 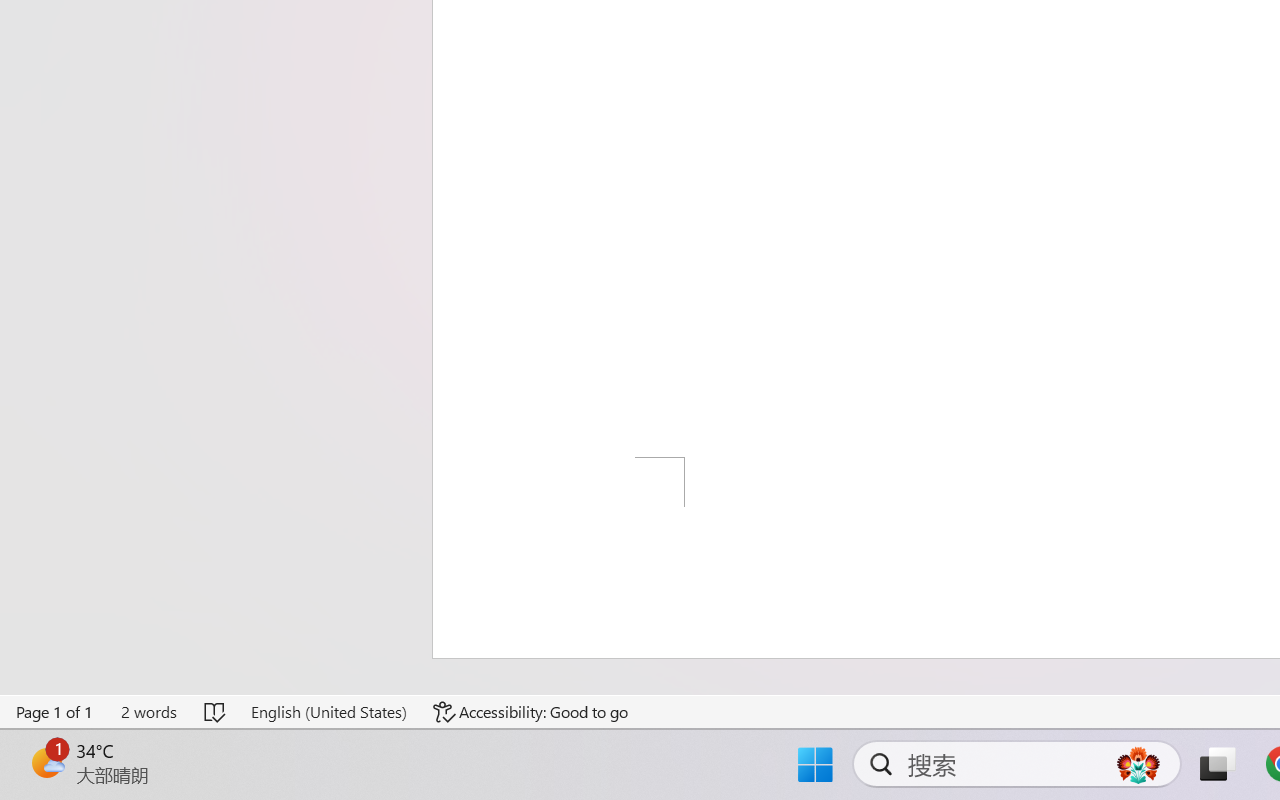 I want to click on 'AutomationID: DynamicSearchBoxGleamImage', so click(x=1138, y=764).